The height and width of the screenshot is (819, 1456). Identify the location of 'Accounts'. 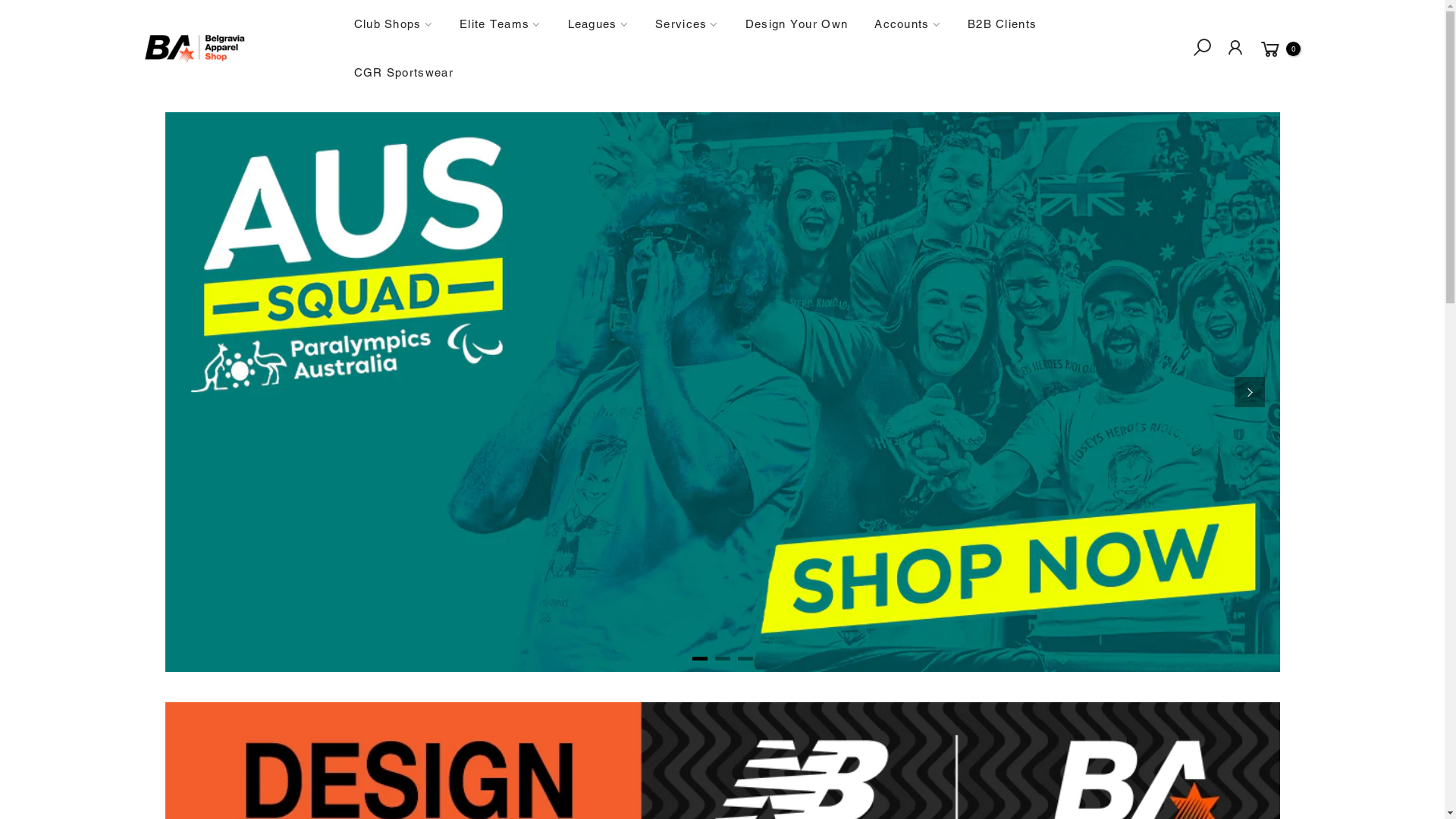
(861, 24).